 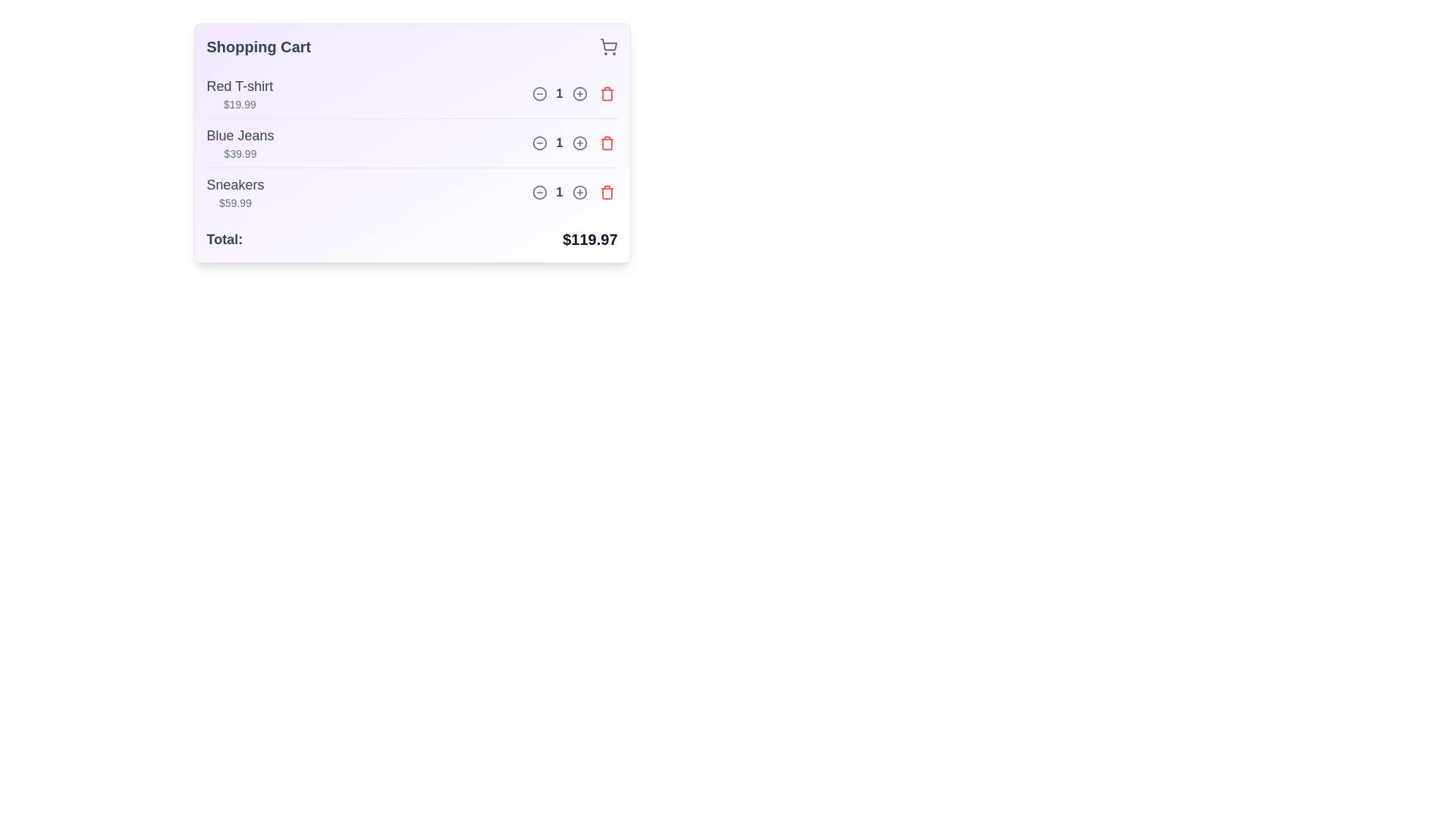 What do you see at coordinates (607, 93) in the screenshot?
I see `the delete button for the 'Red T-shirt' item in the shopping cart, which is the third interactive element on the right side of the item row` at bounding box center [607, 93].